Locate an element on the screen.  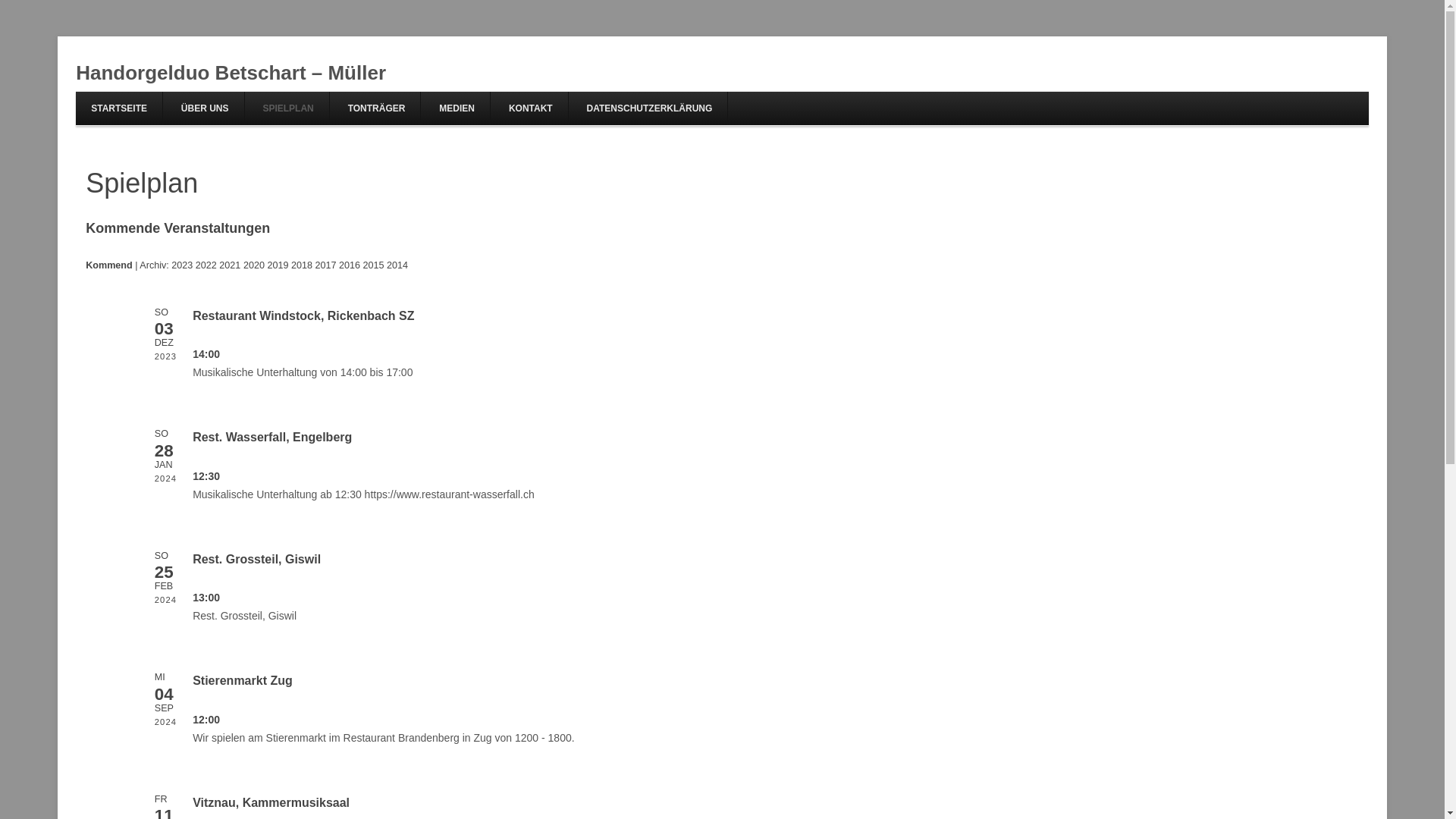
'Vitznau, Kammermusiksaal' is located at coordinates (271, 802).